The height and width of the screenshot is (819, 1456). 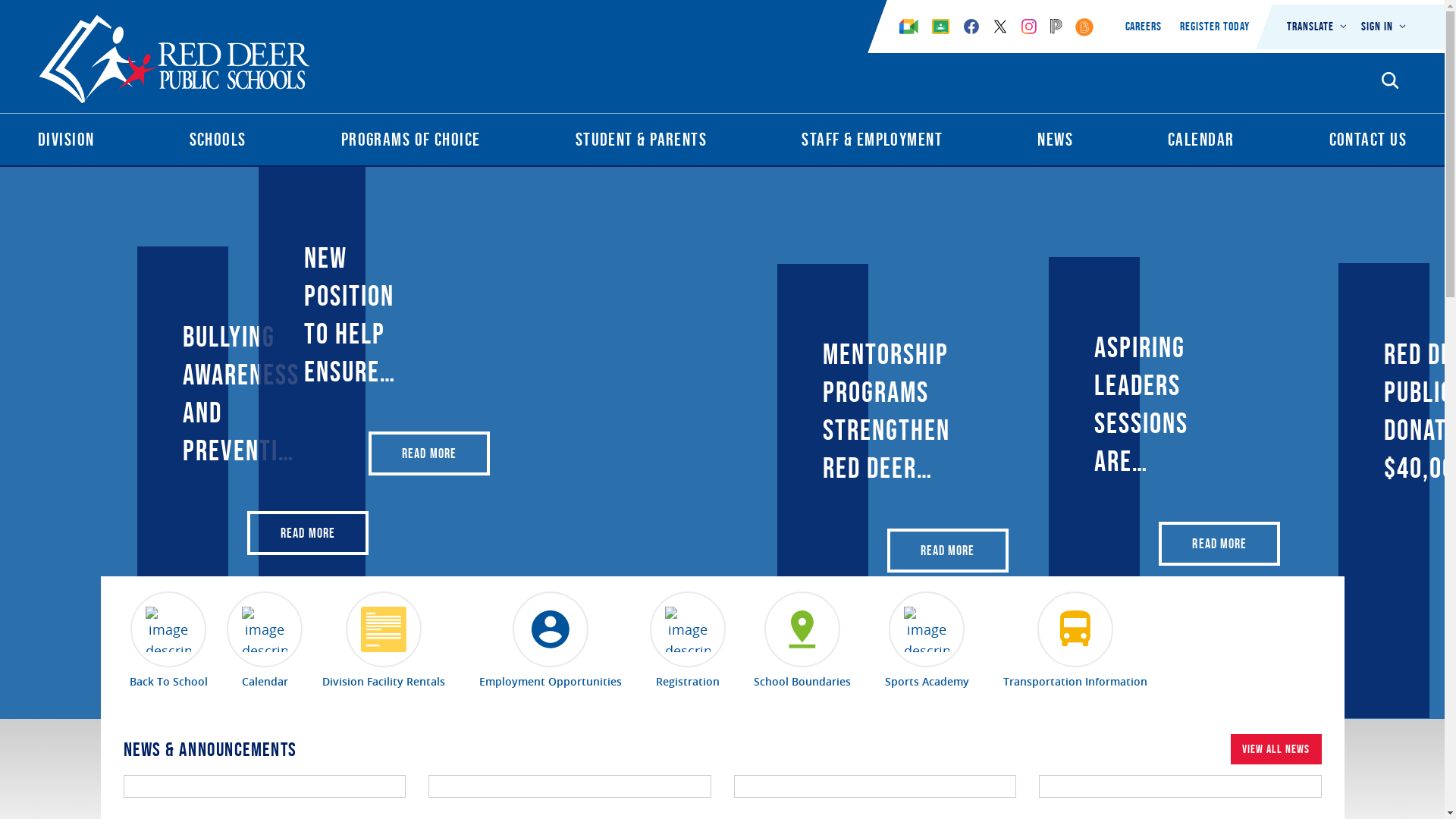 What do you see at coordinates (65, 143) in the screenshot?
I see `'Division'` at bounding box center [65, 143].